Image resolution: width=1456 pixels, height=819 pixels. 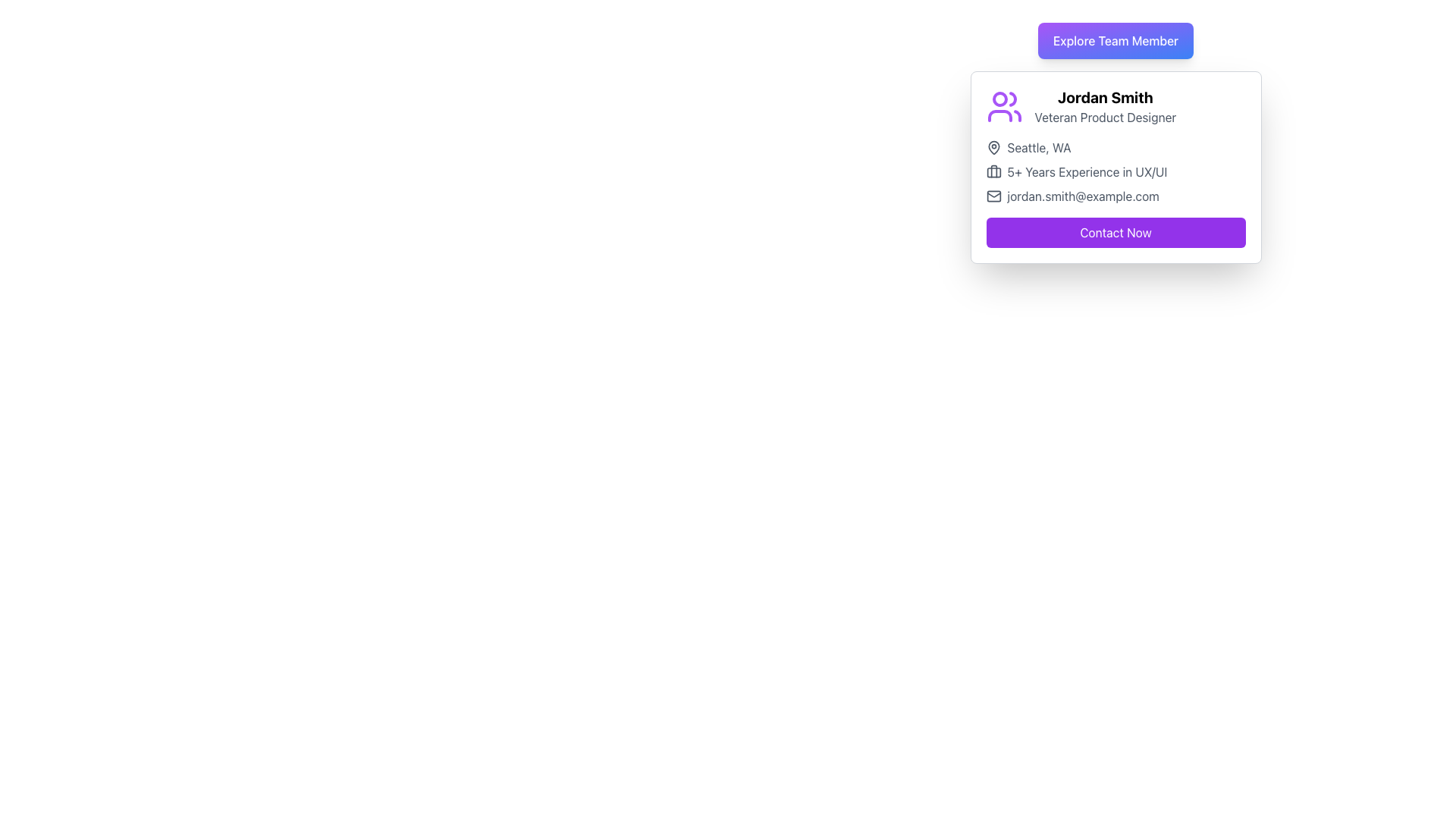 What do you see at coordinates (1038, 148) in the screenshot?
I see `the text label displaying 'Seattle, WA', which is styled in dark gray and positioned next to a location icon on a profile information card` at bounding box center [1038, 148].